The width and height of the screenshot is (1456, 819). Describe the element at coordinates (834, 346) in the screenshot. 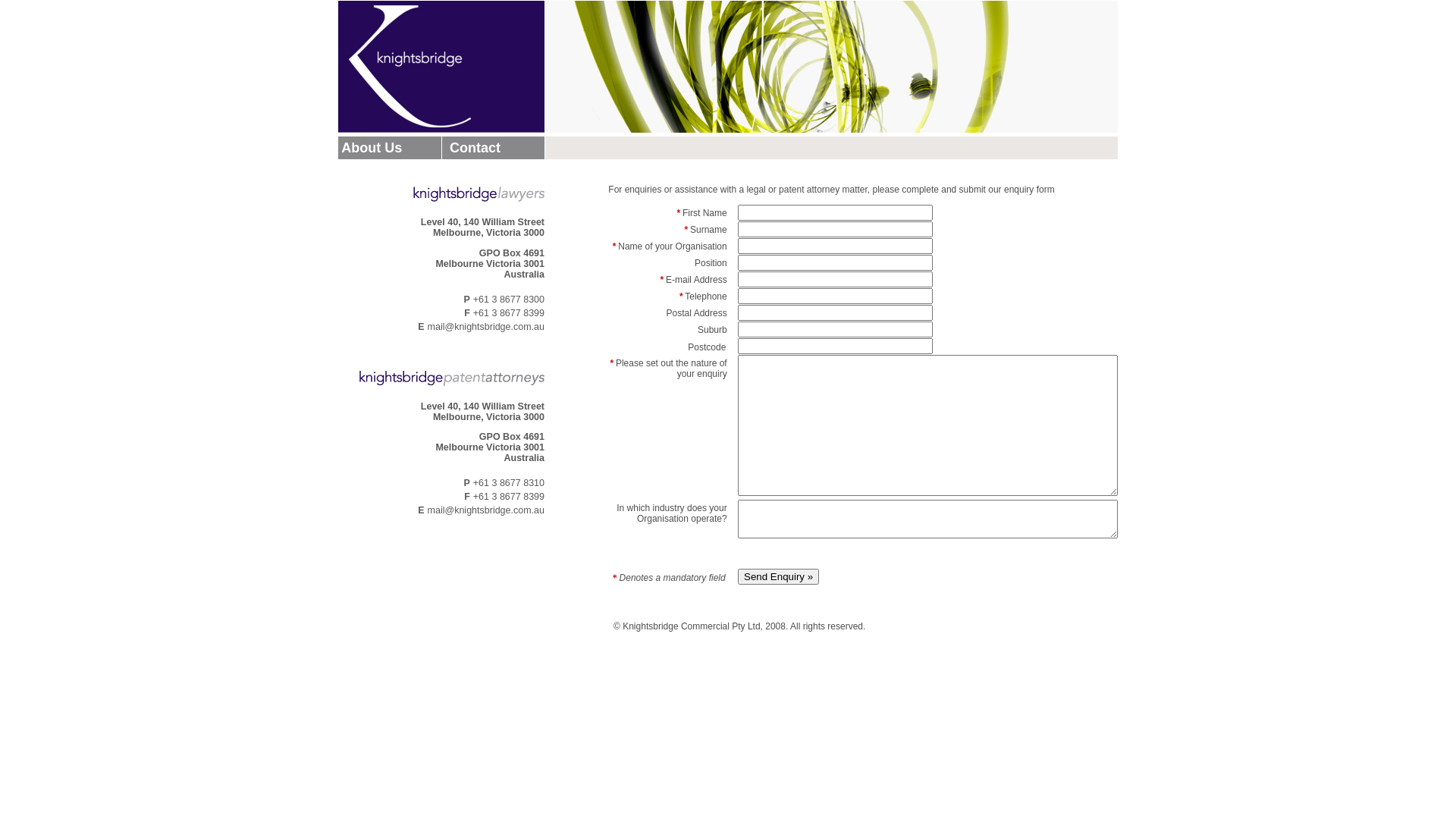

I see `'Postal Address'` at that location.